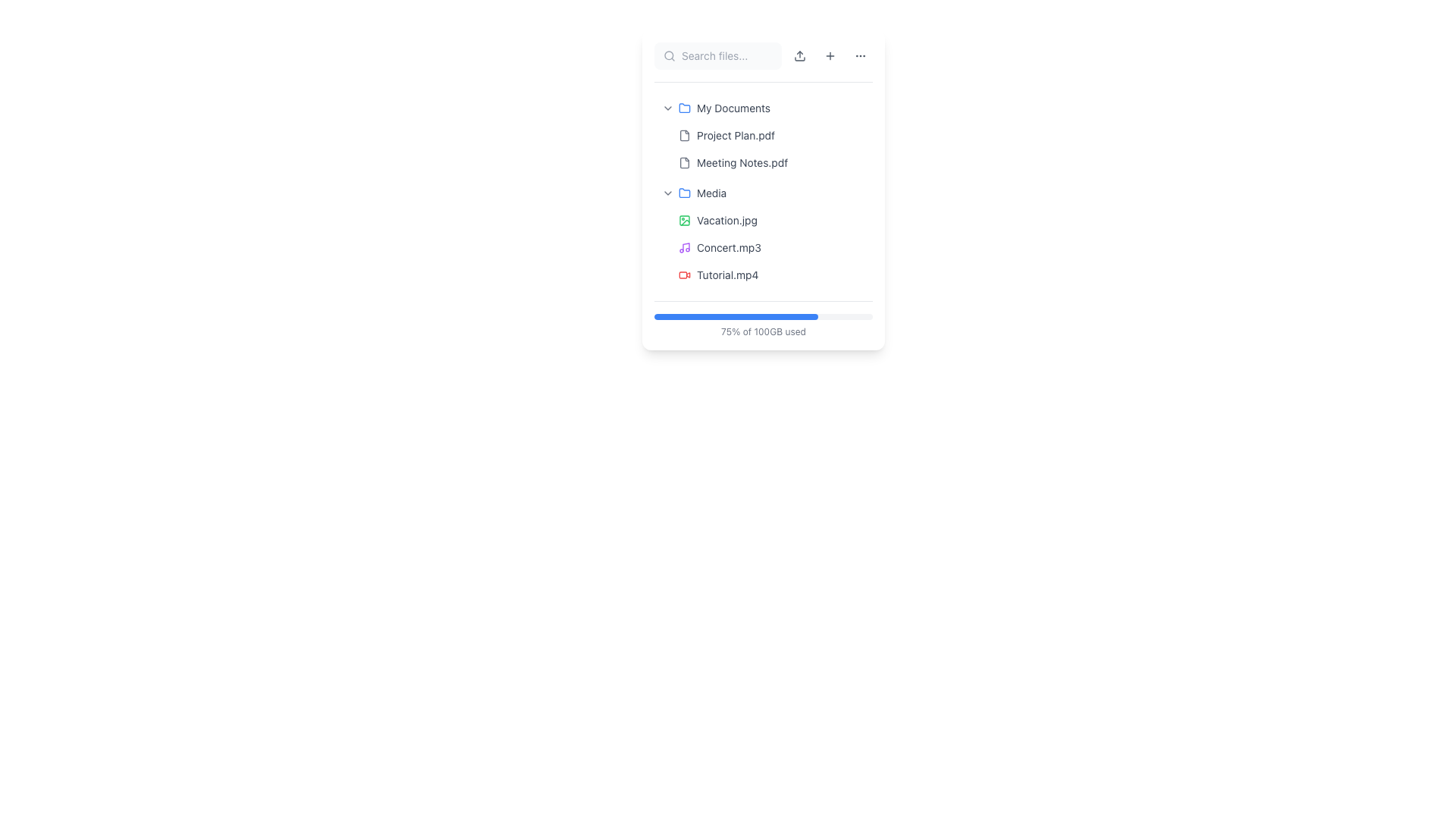 Image resolution: width=1456 pixels, height=819 pixels. What do you see at coordinates (669, 55) in the screenshot?
I see `the search icon located at the left side of the search bar` at bounding box center [669, 55].